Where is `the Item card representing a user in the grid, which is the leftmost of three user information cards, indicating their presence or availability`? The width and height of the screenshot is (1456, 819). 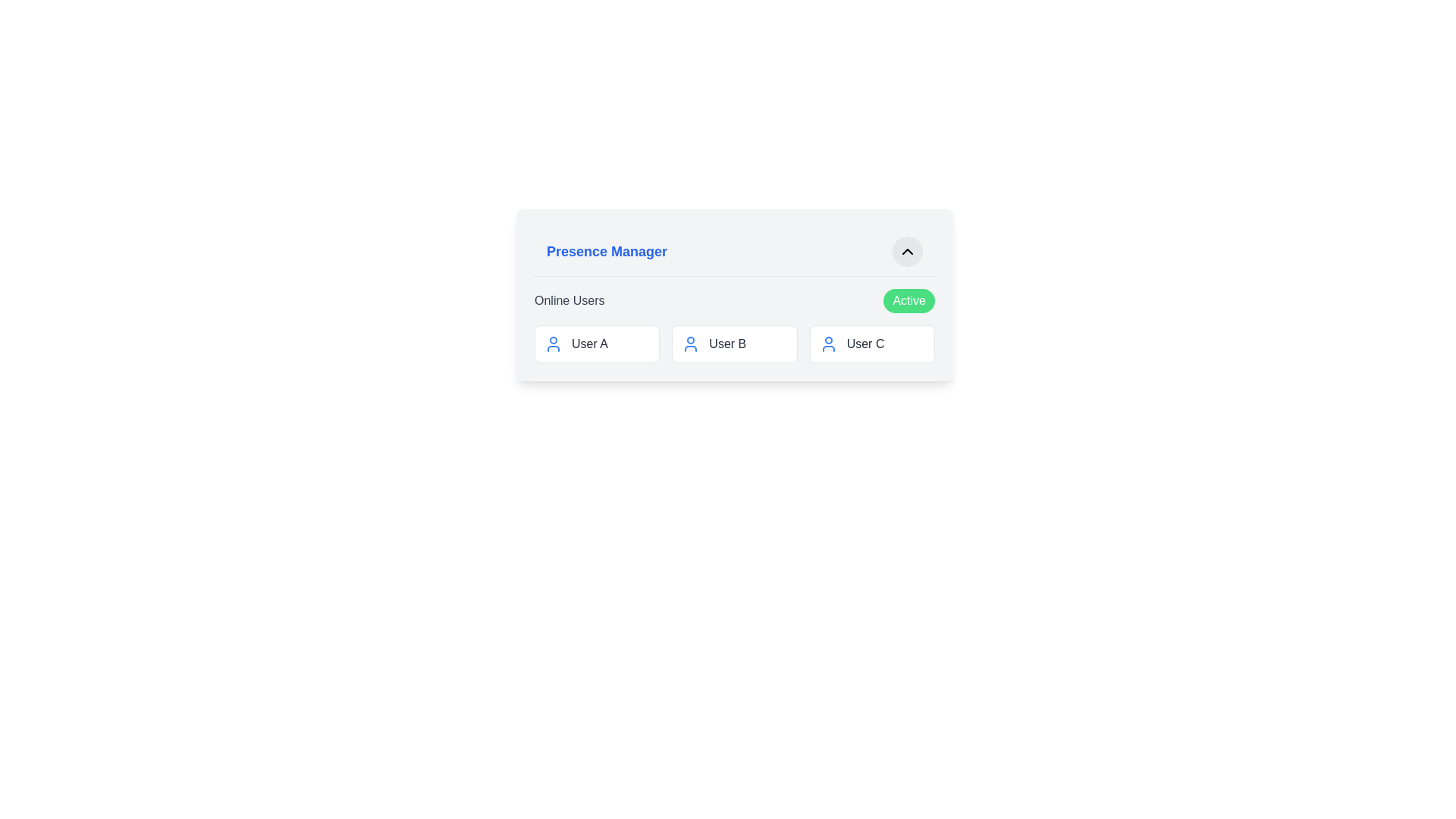
the Item card representing a user in the grid, which is the leftmost of three user information cards, indicating their presence or availability is located at coordinates (596, 344).